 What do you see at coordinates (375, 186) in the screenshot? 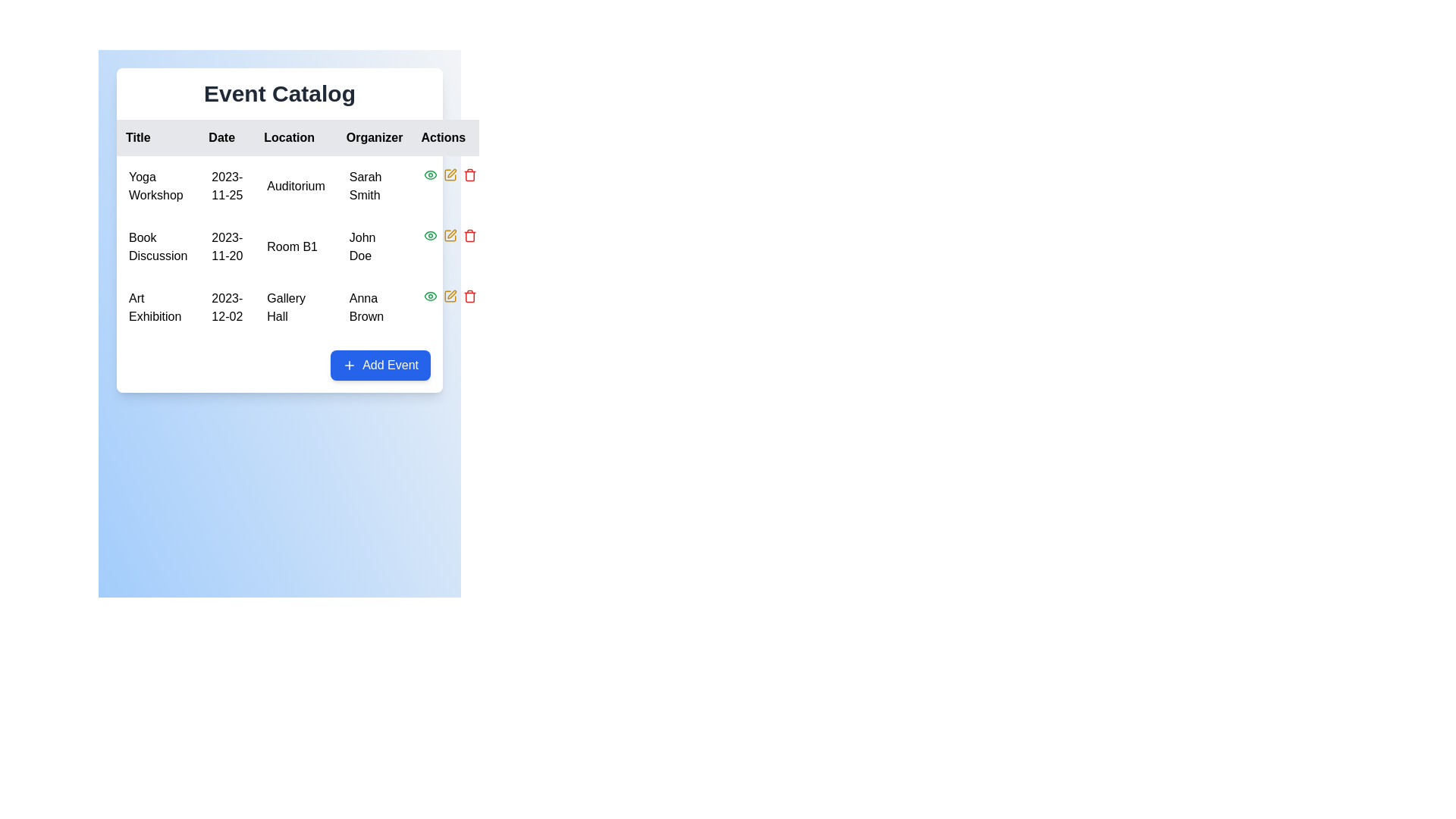
I see `the text displaying the name of the organizer for the 'Yoga Workshop' event, which is located in the fourth column of the first row in the event catalog table` at bounding box center [375, 186].